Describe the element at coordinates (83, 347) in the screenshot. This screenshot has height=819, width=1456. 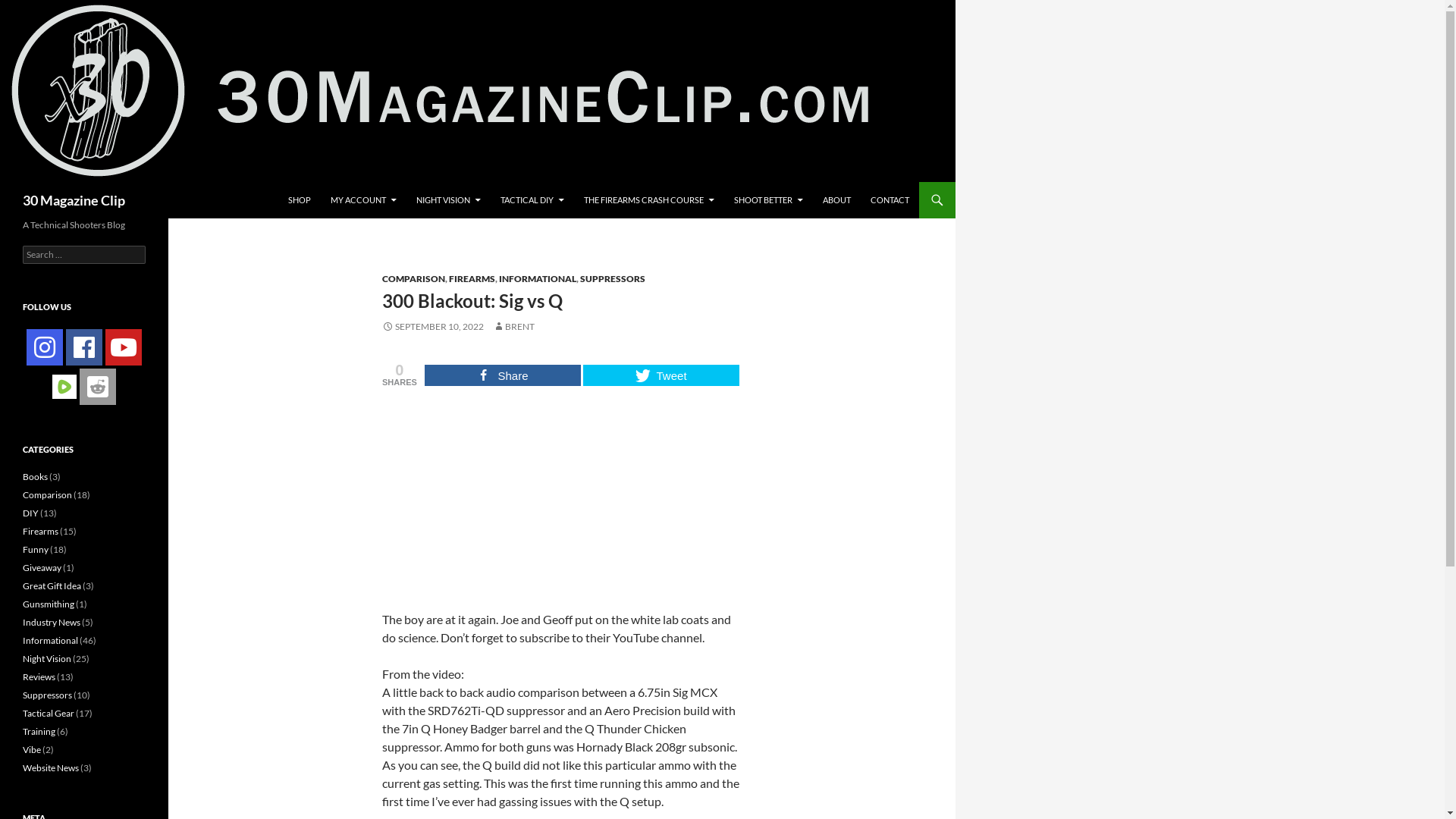
I see `'Facebook'` at that location.